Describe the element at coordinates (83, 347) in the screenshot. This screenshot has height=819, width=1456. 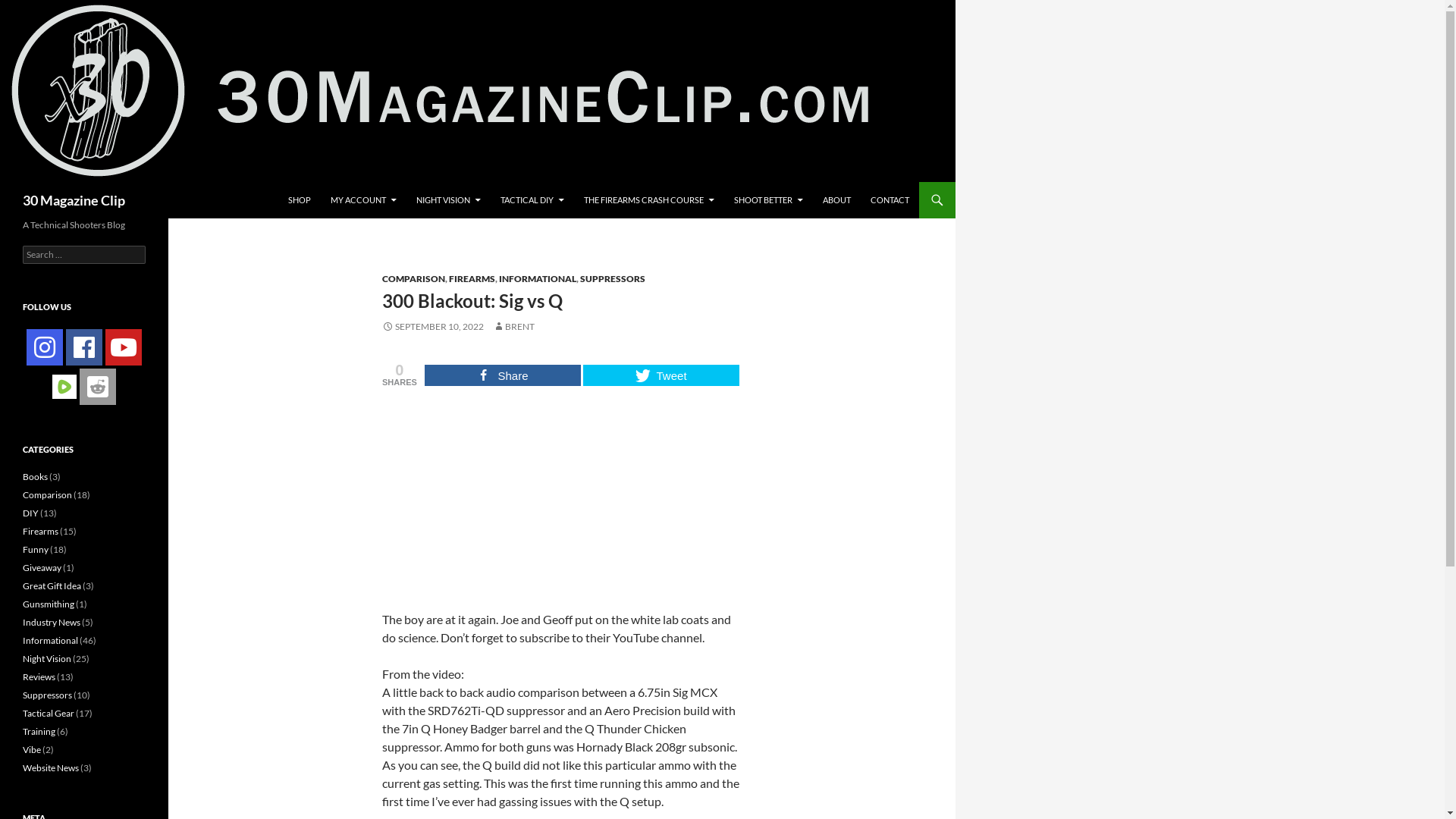
I see `'Facebook'` at that location.